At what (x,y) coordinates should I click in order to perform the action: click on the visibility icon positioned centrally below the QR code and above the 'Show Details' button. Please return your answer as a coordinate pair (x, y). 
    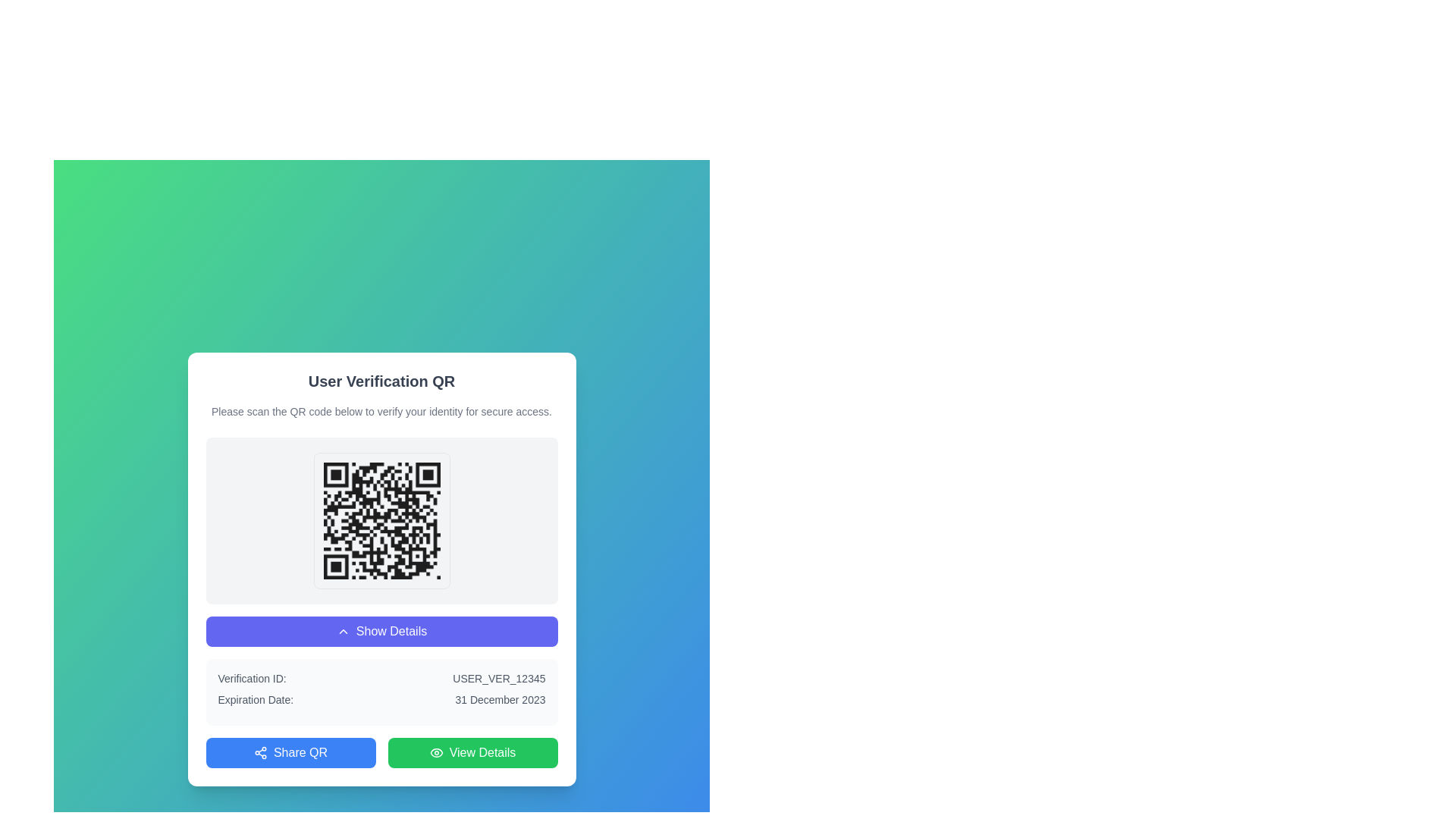
    Looking at the image, I should click on (435, 752).